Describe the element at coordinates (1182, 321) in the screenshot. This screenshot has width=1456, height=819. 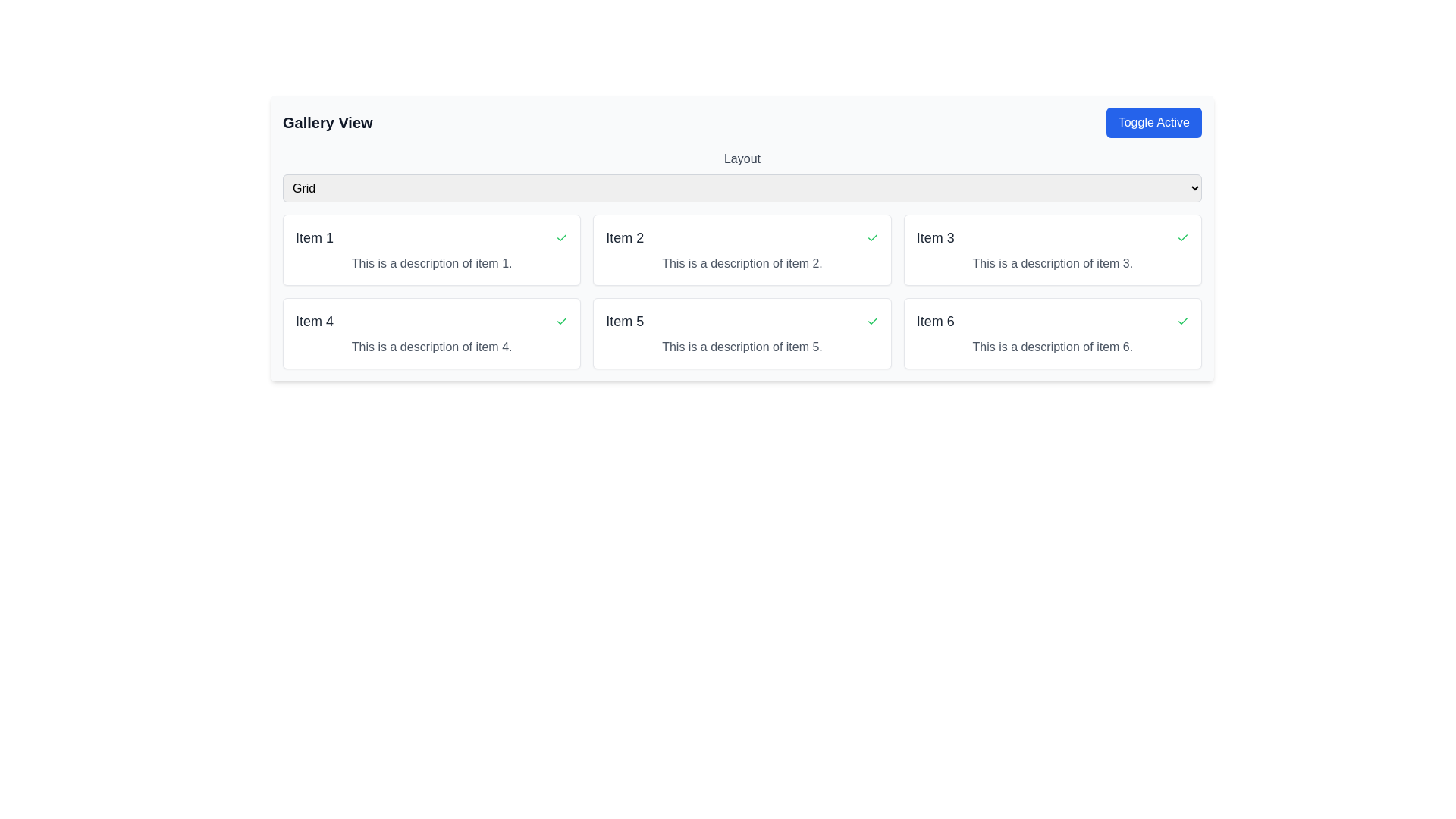
I see `the icon located in the upper-right corner of the card labeled 'Item 6', which indicates completion or activation` at that location.